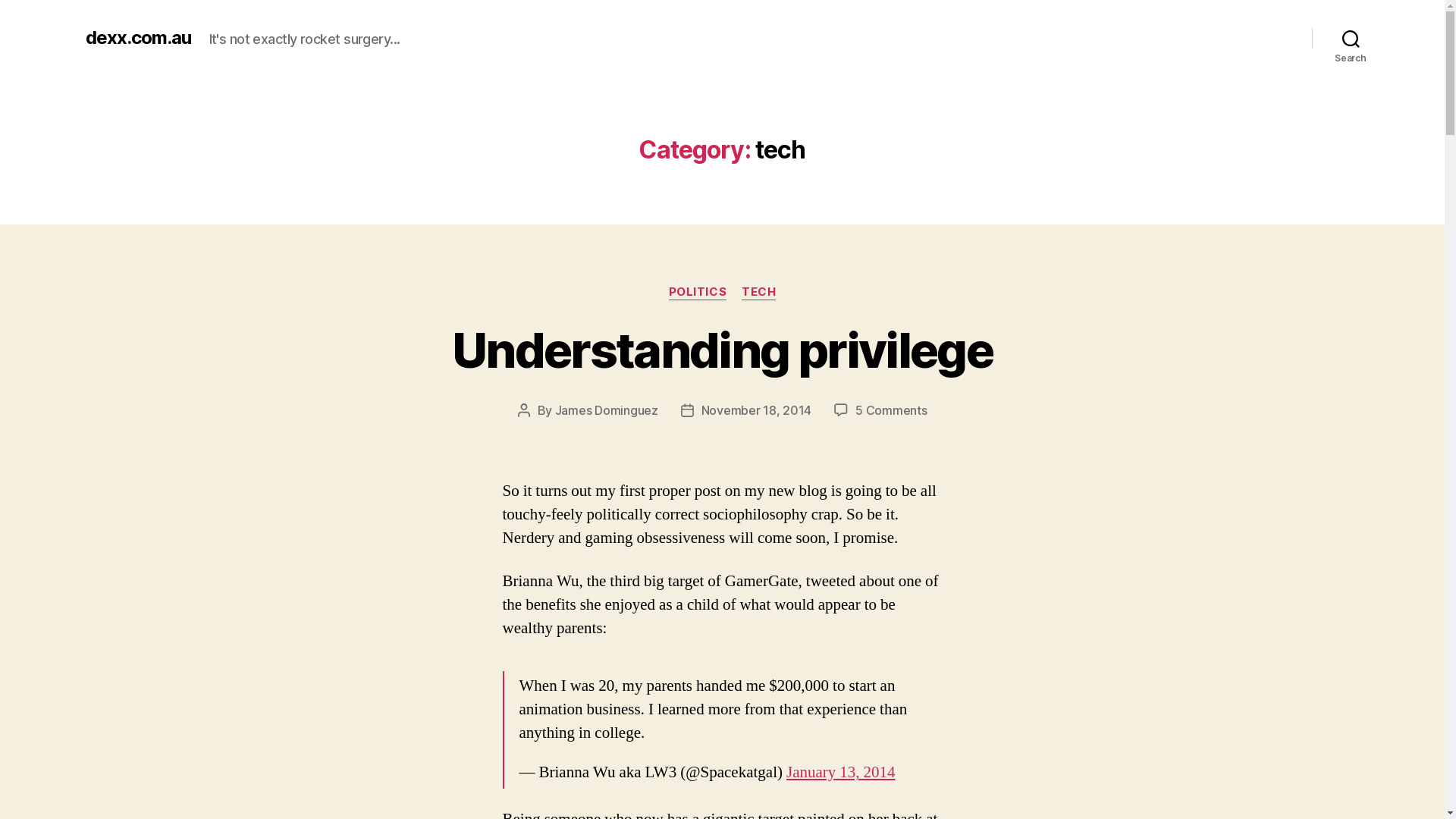 The image size is (1456, 819). What do you see at coordinates (1310, 37) in the screenshot?
I see `'Search'` at bounding box center [1310, 37].